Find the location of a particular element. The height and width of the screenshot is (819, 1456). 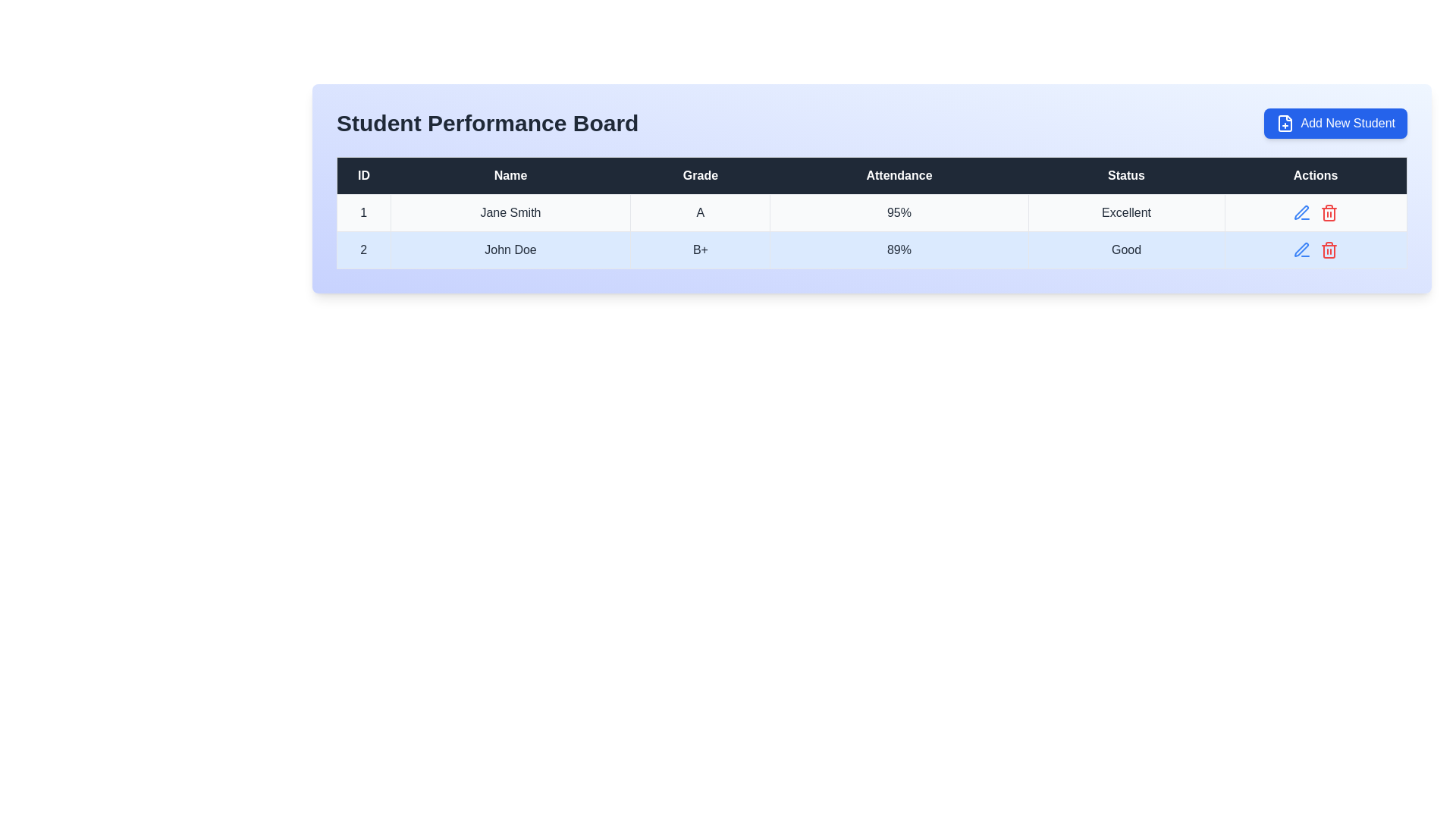

the text label displaying the evaluation status 'Excellent' in the fifth column of the first row of the 'Student Performance Board' table, which represents the 'Status' category is located at coordinates (1126, 213).